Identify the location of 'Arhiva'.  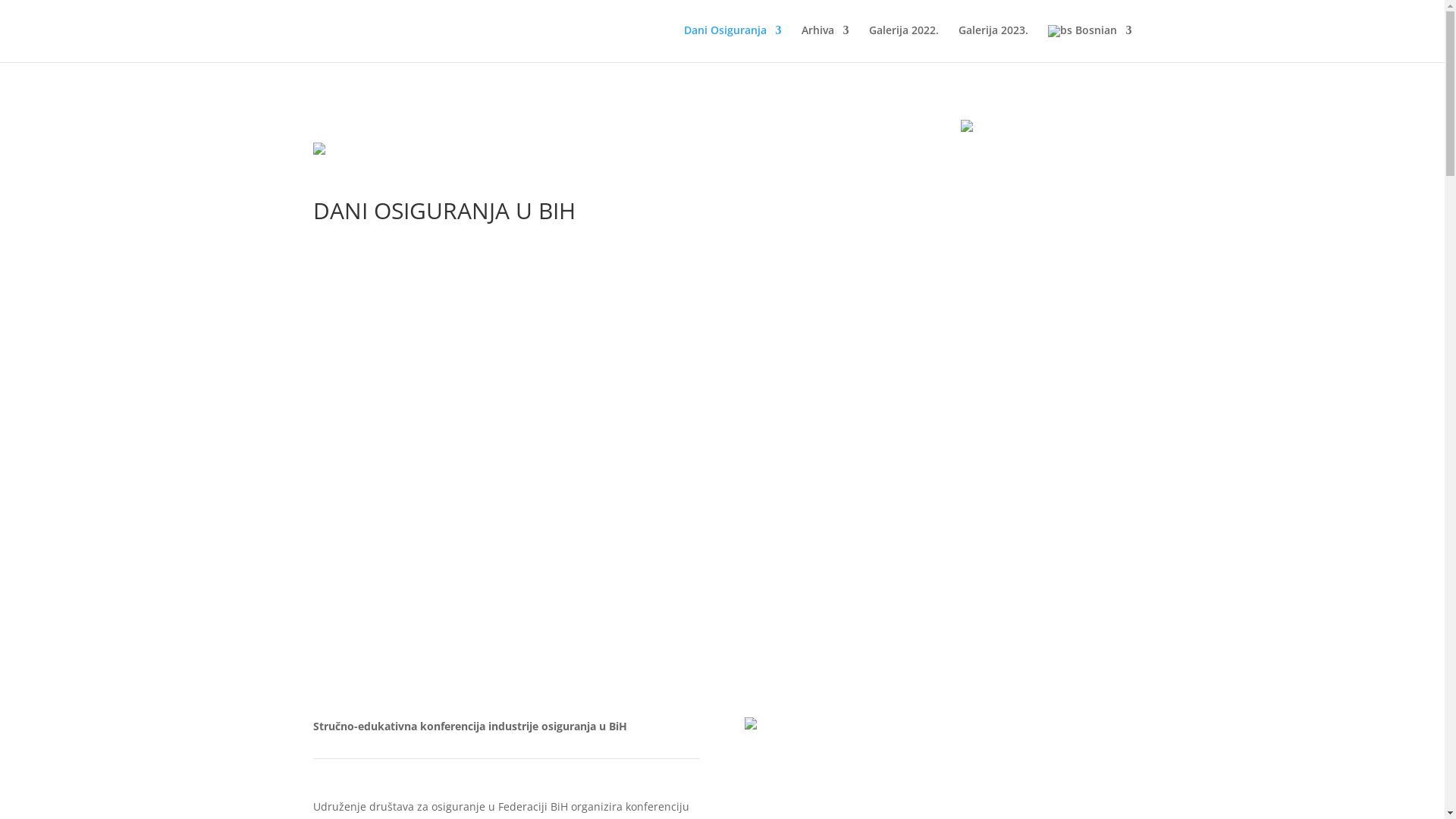
(824, 42).